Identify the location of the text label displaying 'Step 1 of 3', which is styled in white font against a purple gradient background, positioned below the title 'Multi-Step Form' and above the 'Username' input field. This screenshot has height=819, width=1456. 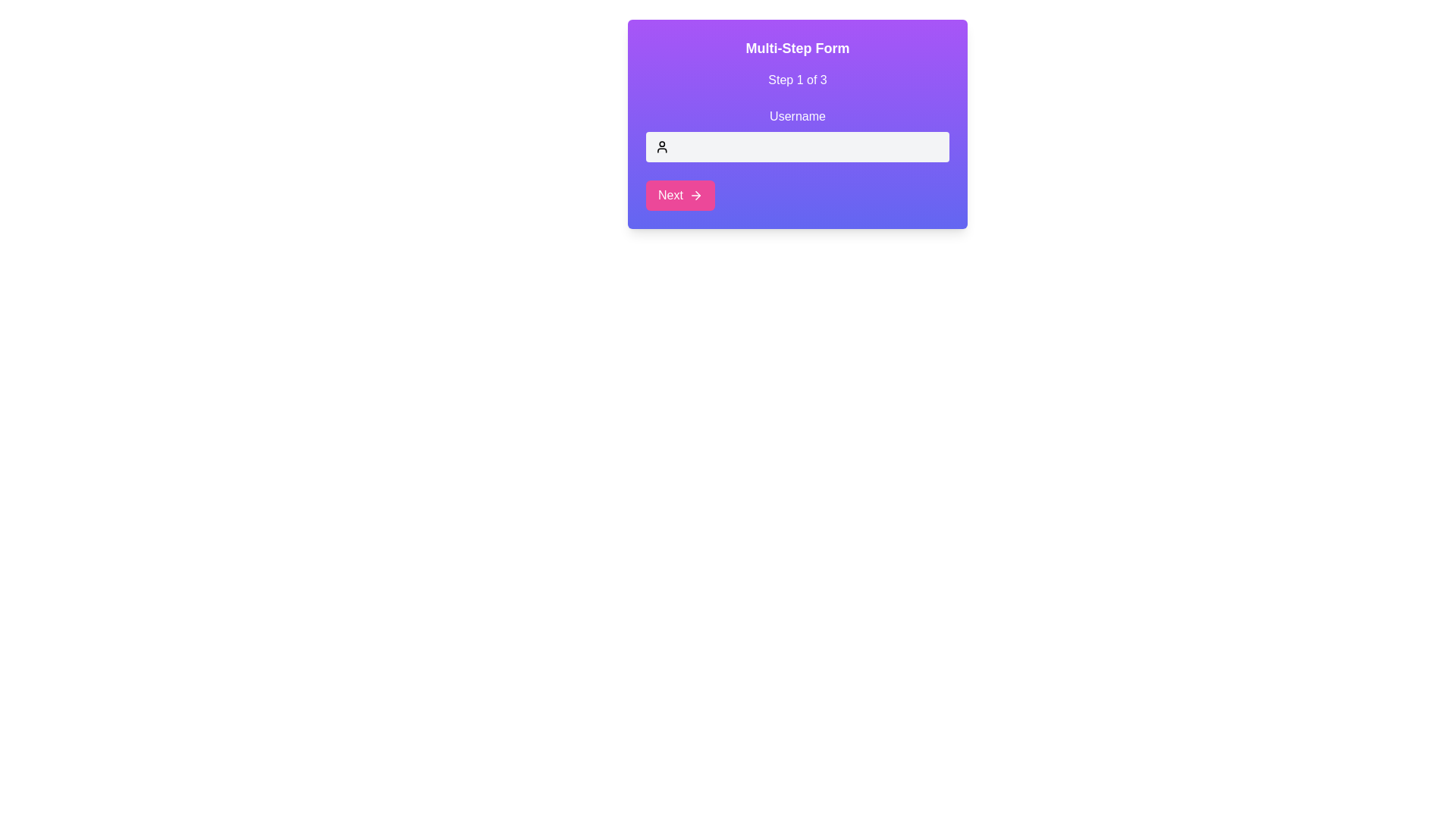
(796, 80).